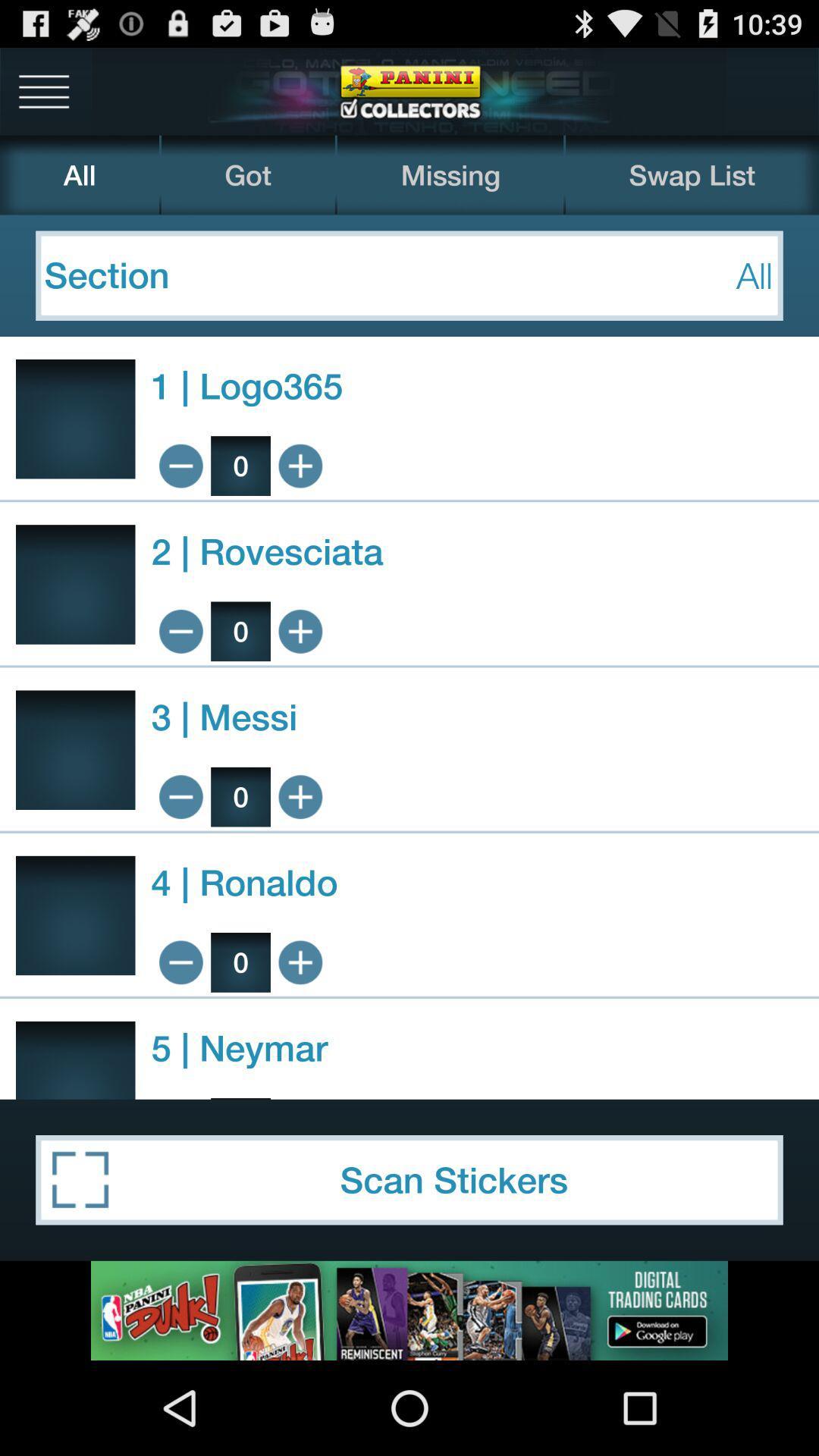  Describe the element at coordinates (300, 631) in the screenshot. I see `rovesciata to shopping cart` at that location.